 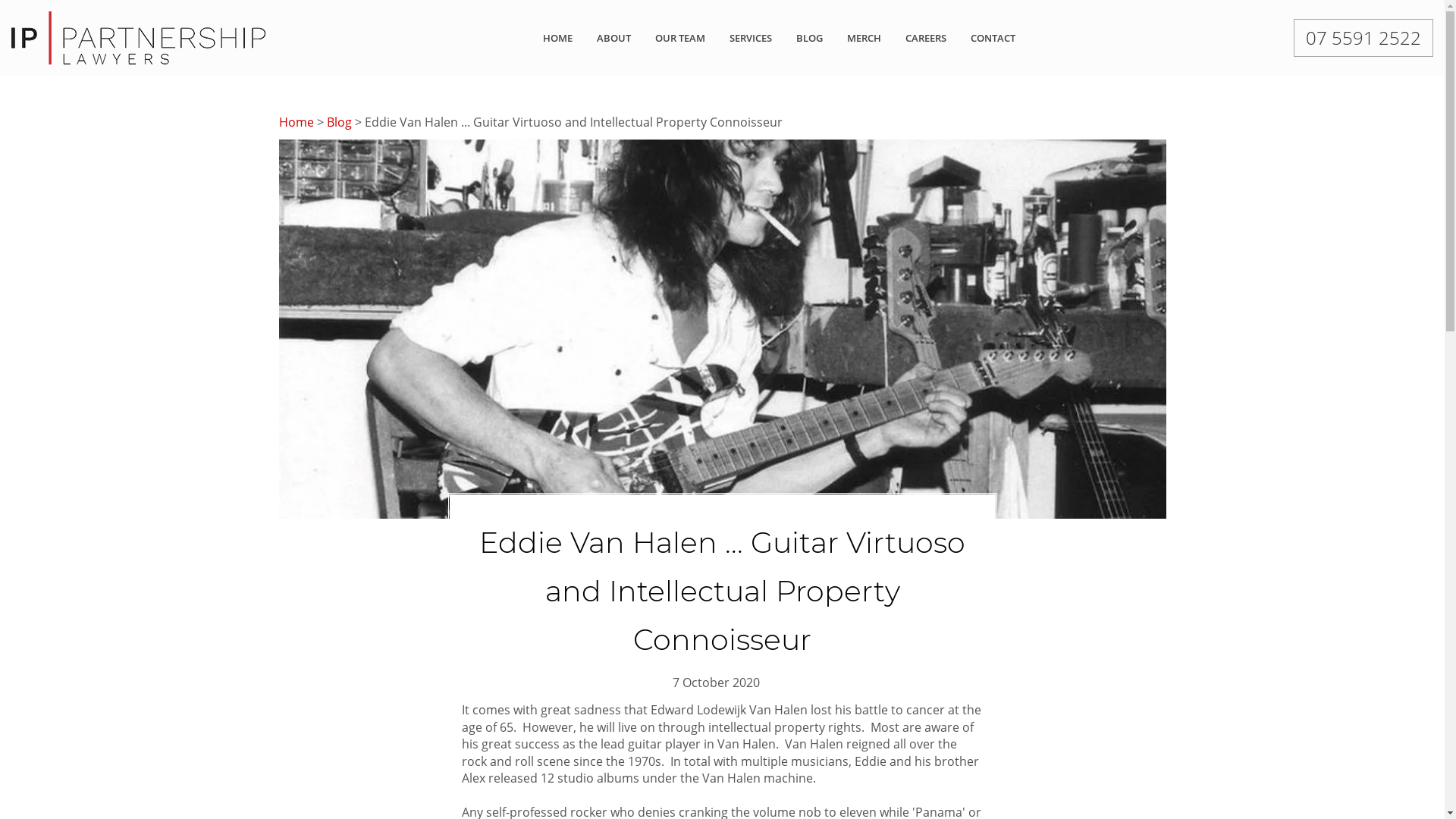 I want to click on 'CONTACT', so click(x=993, y=37).